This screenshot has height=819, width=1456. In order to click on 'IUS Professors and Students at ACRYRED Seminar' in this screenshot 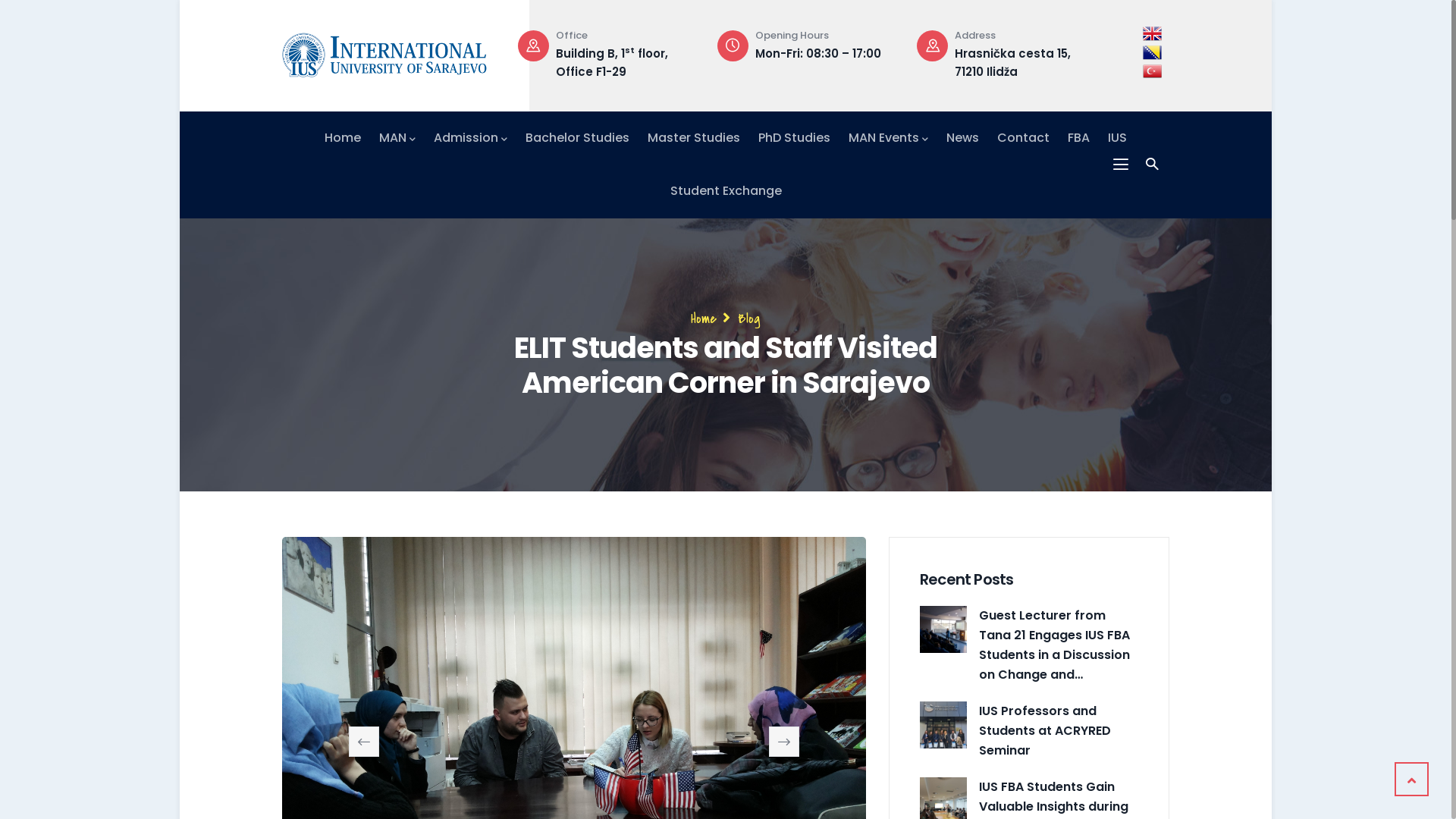, I will do `click(1058, 730)`.